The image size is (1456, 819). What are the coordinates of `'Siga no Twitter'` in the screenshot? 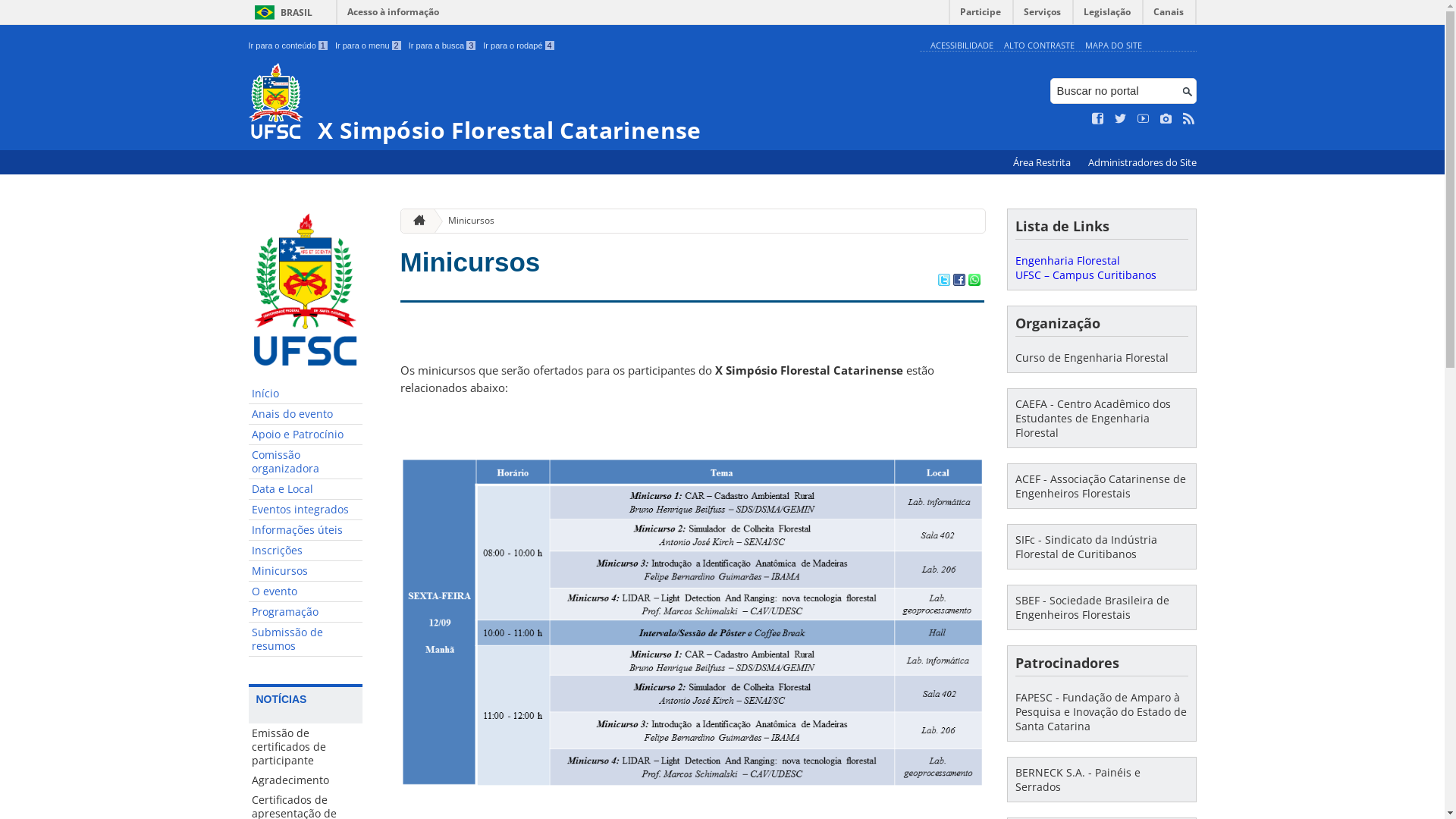 It's located at (1121, 118).